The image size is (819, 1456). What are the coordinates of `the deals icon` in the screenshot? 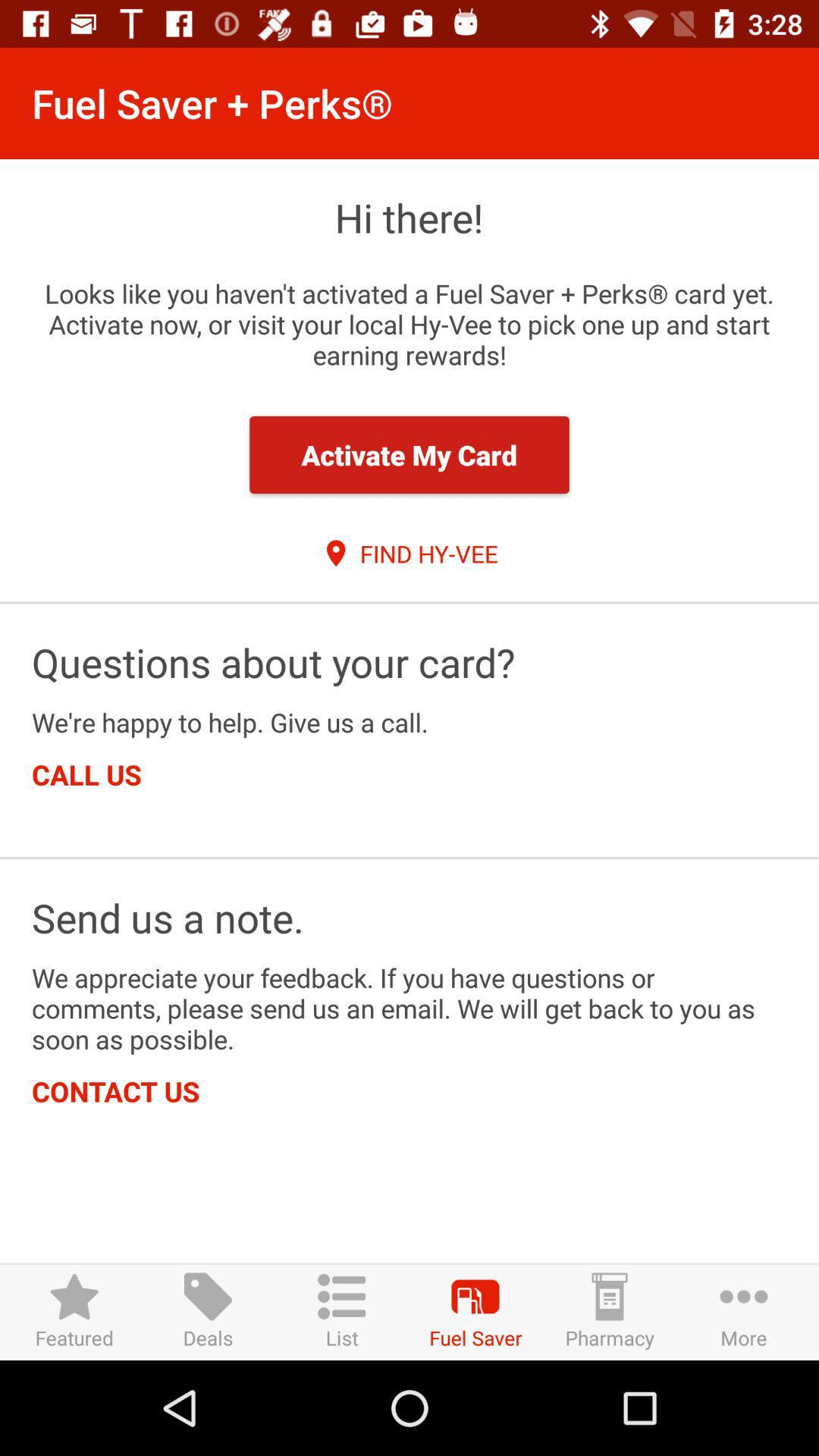 It's located at (208, 1311).